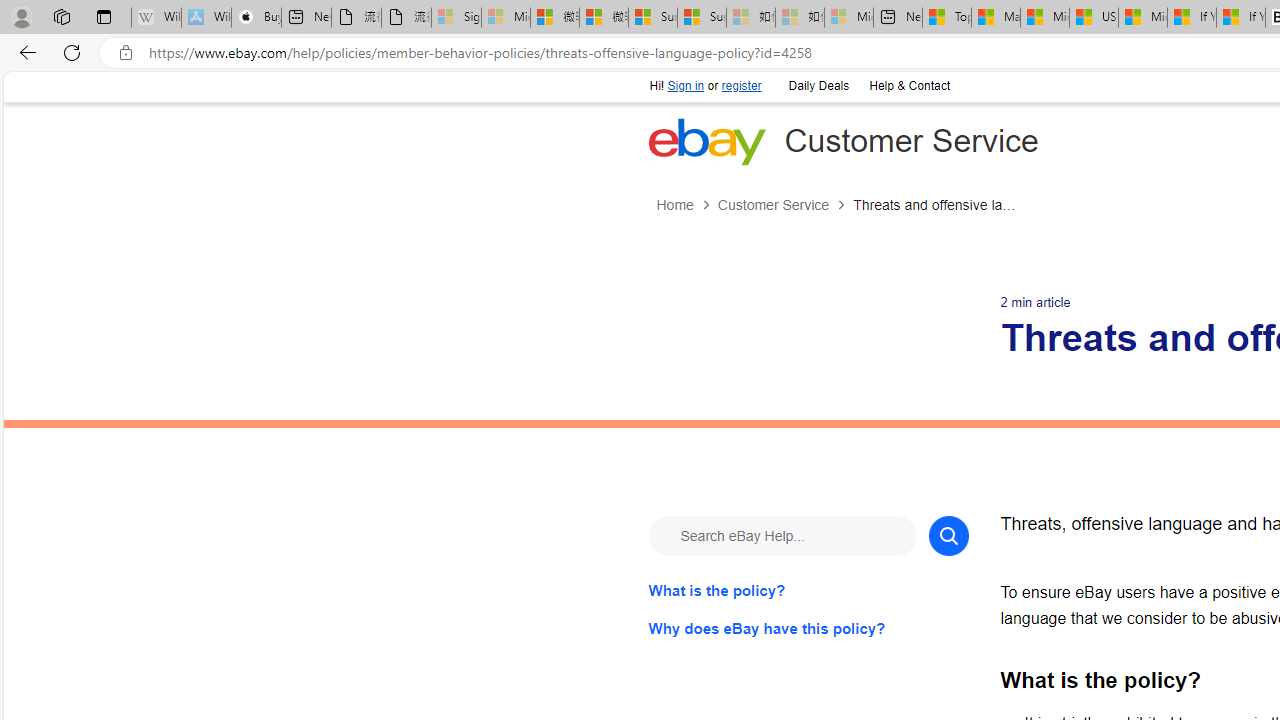 Image resolution: width=1280 pixels, height=720 pixels. Describe the element at coordinates (947, 534) in the screenshot. I see `'Search'` at that location.